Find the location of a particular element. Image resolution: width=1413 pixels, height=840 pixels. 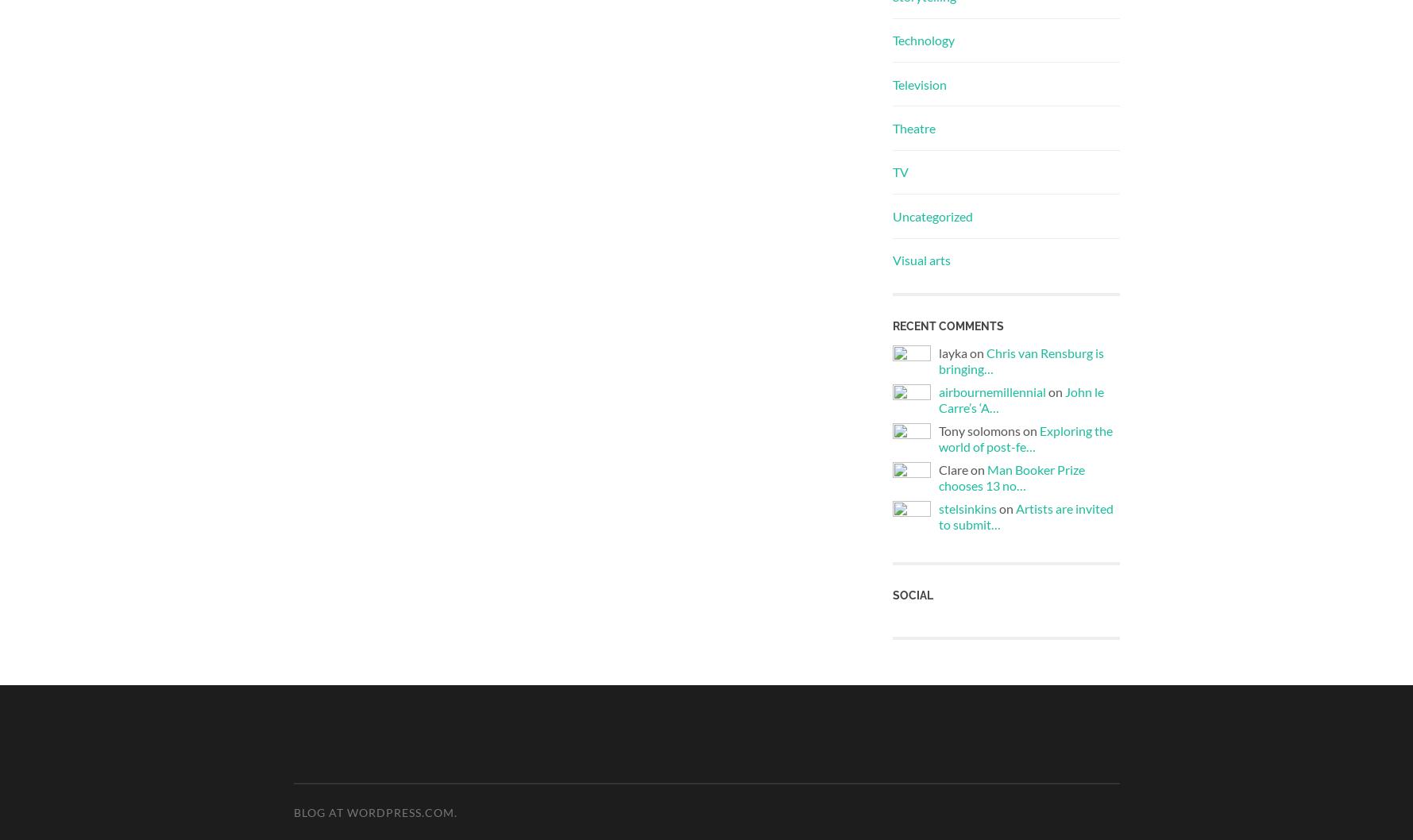

'Chris van Rensburg is bringing…' is located at coordinates (1020, 359).